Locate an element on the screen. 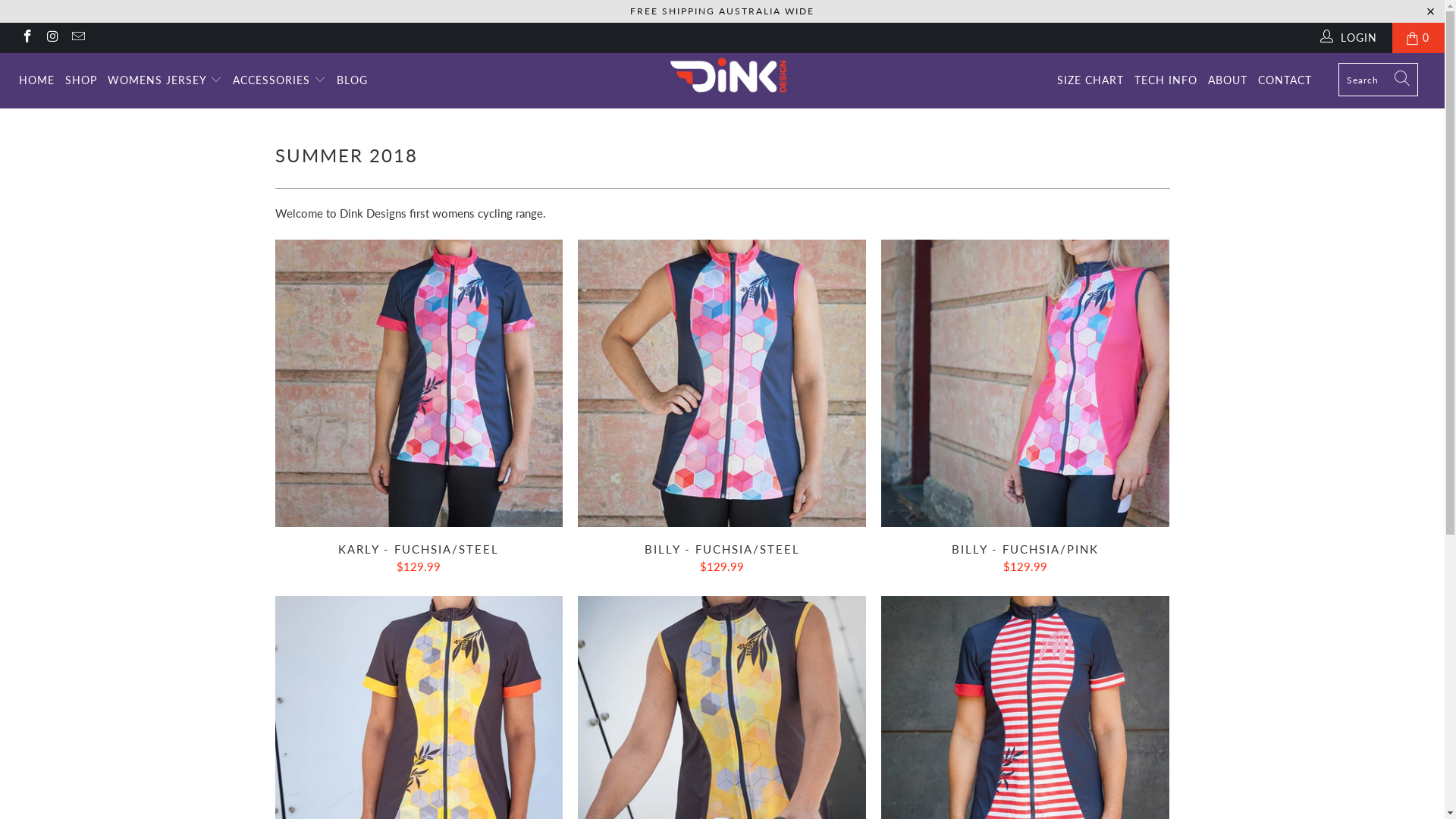  'SHOP' is located at coordinates (80, 80).